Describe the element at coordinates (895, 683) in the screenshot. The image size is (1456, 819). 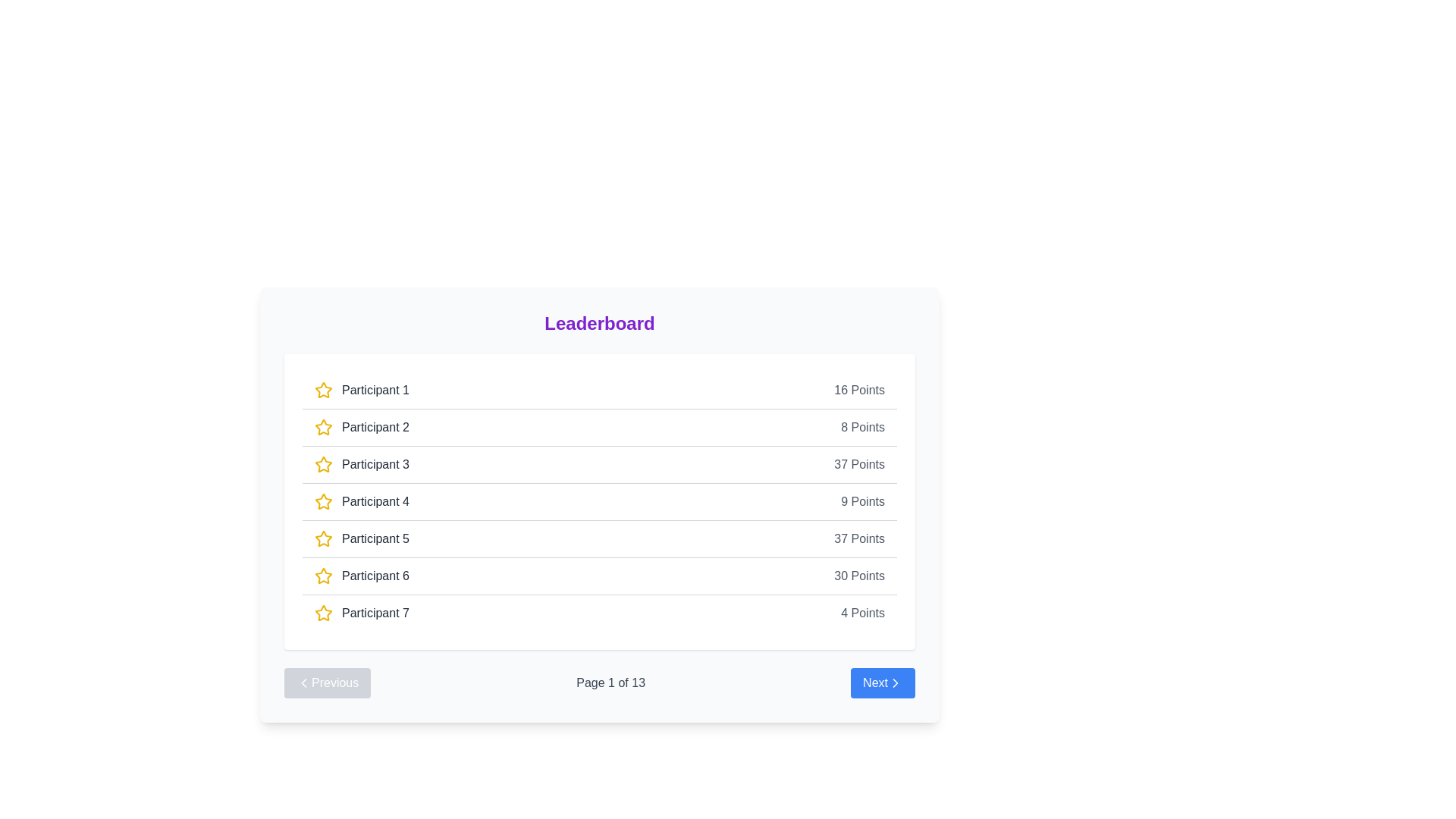
I see `the right-facing chevron icon within the blue 'Next' button located at the bottom-right of the interface` at that location.